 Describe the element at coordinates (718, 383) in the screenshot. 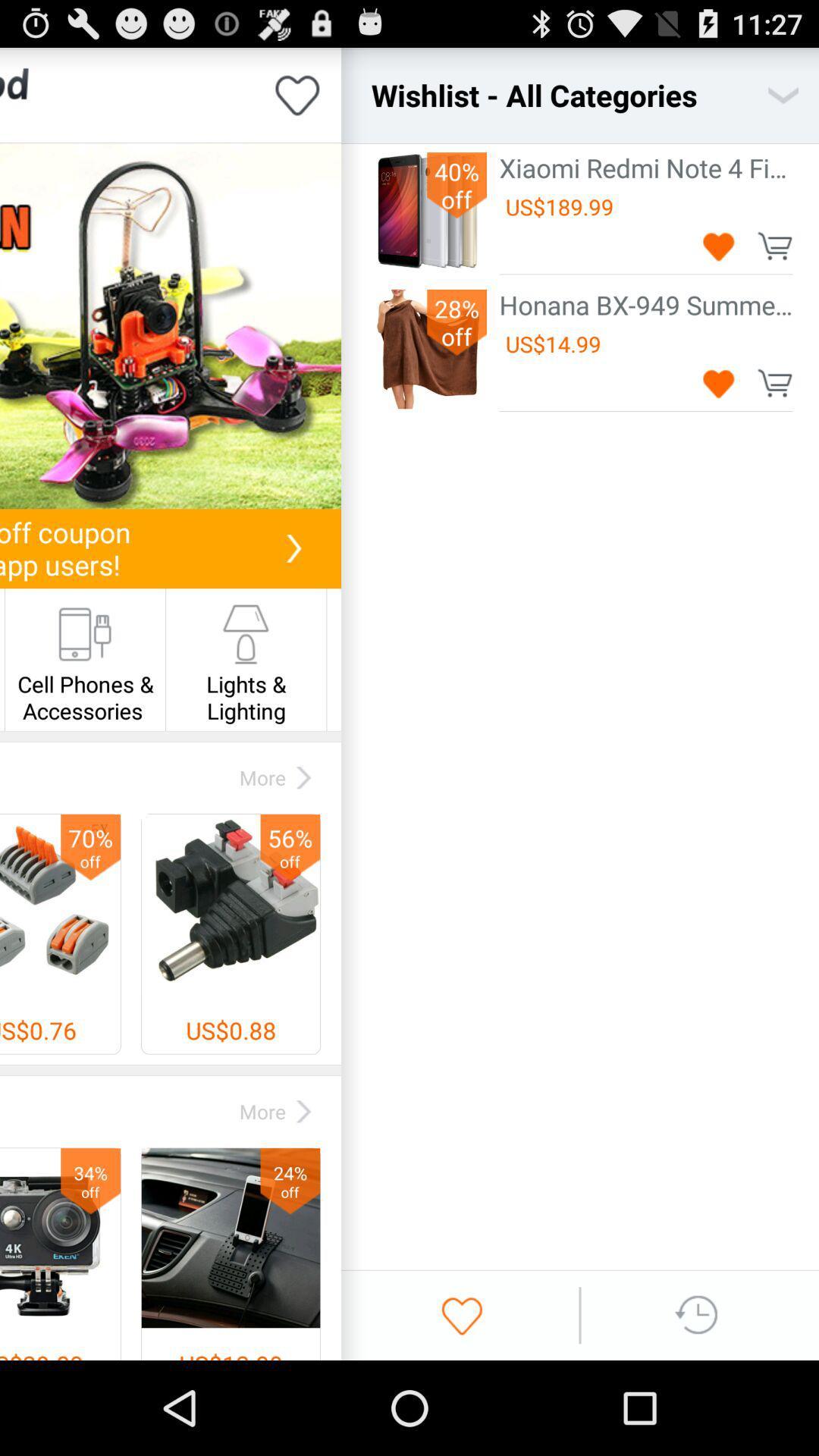

I see `to wishlist` at that location.